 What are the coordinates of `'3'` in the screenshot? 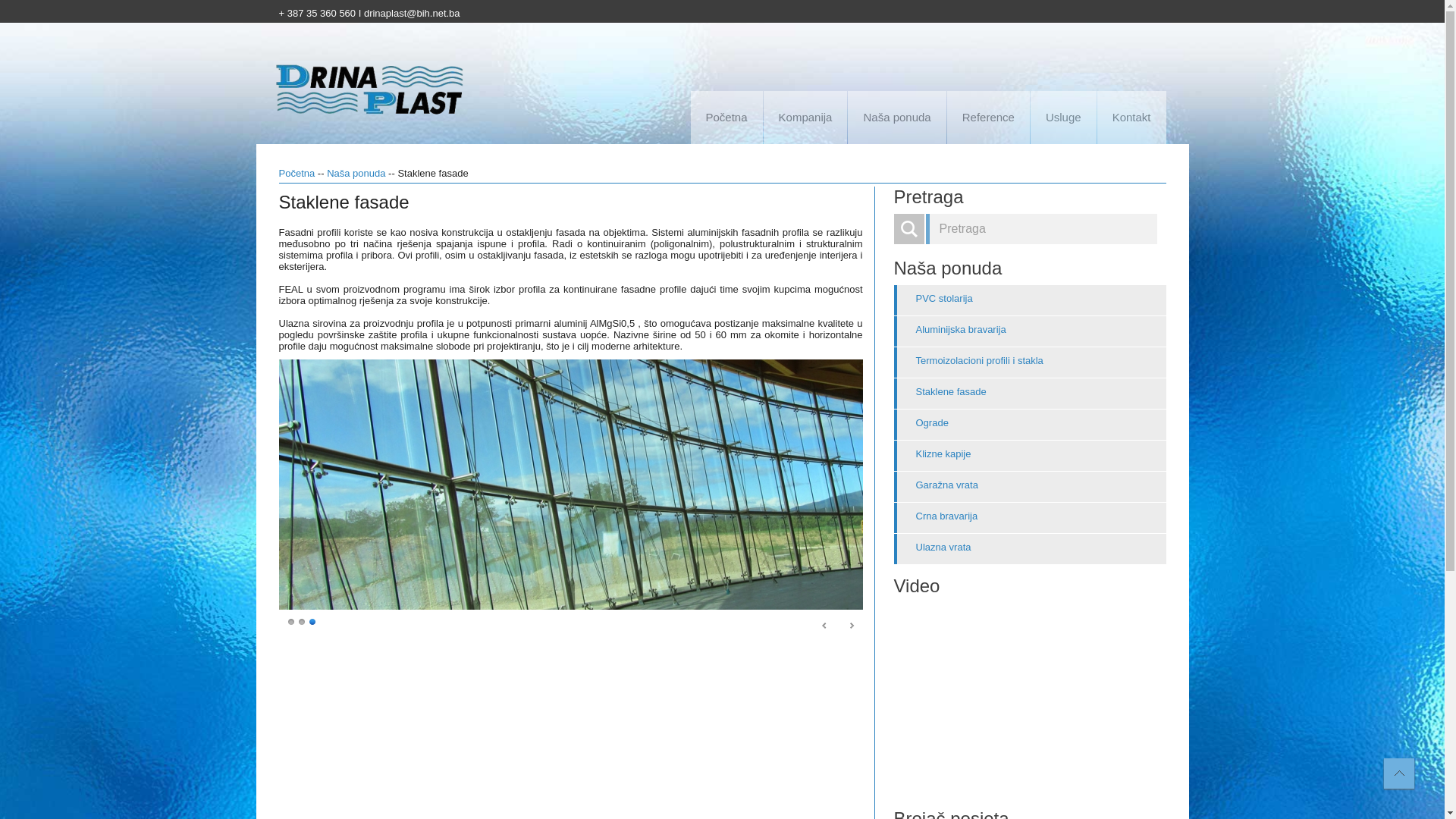 It's located at (312, 620).